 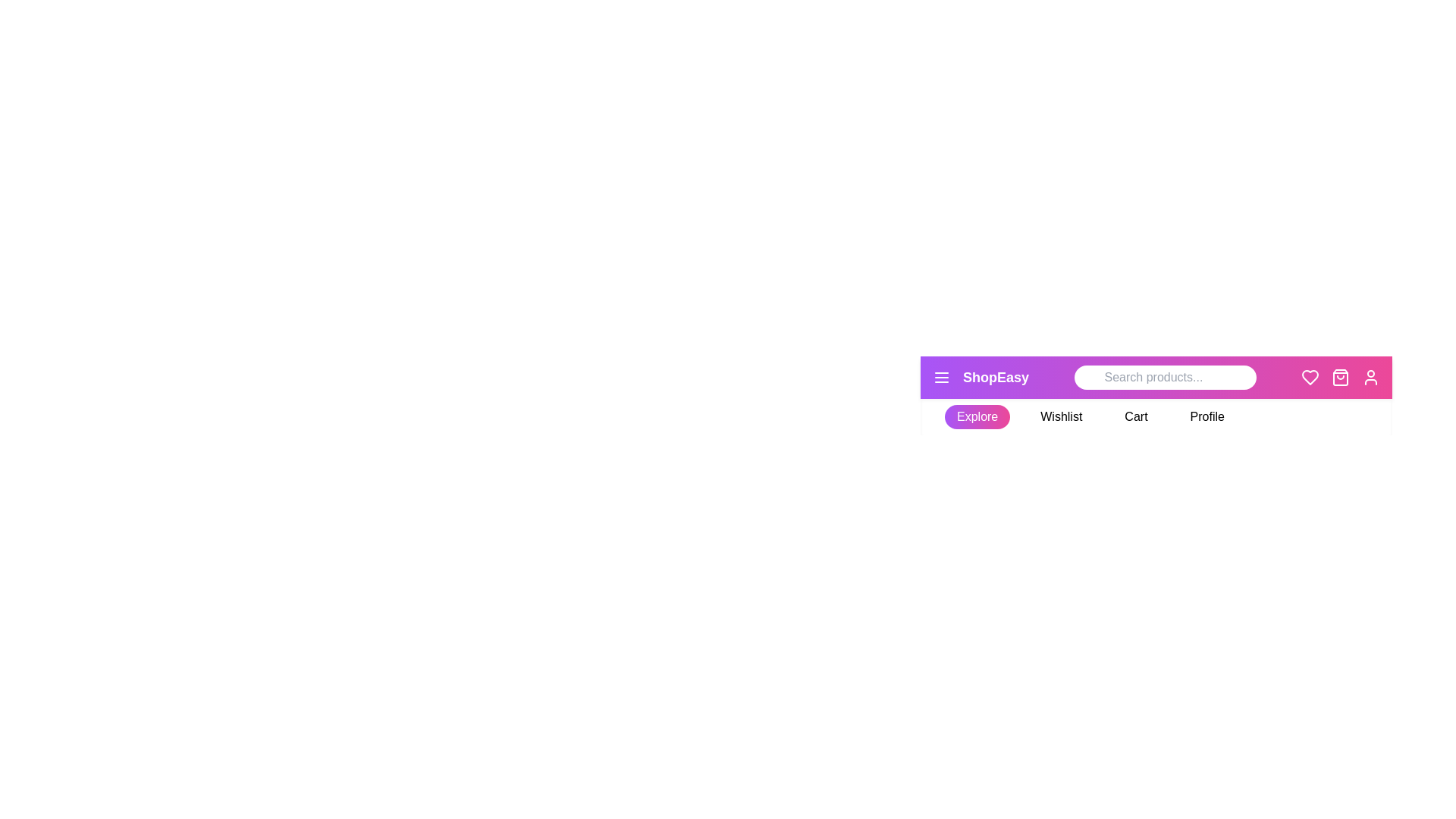 I want to click on the Cart tab to activate it, so click(x=1136, y=417).